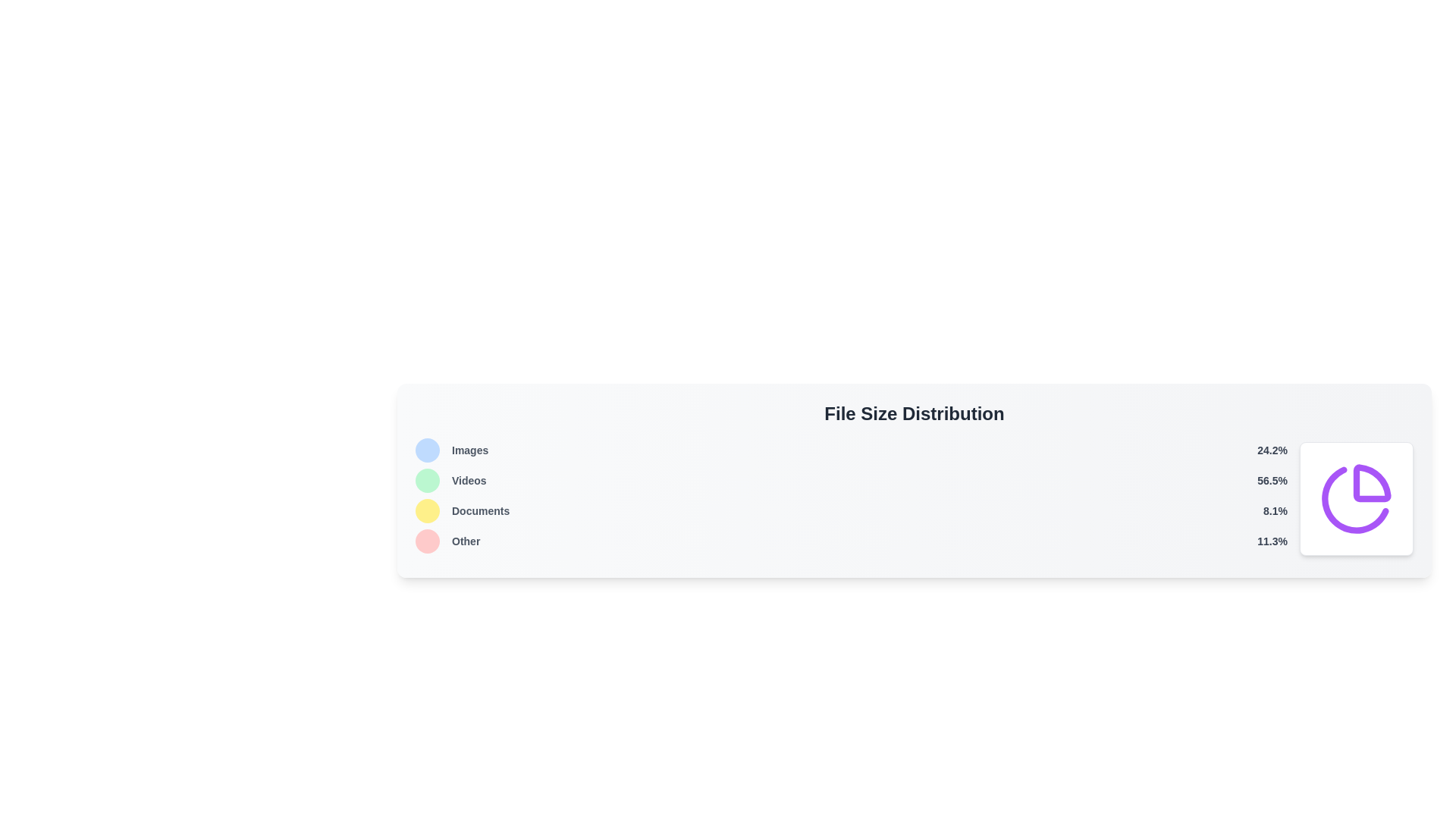 This screenshot has height=819, width=1456. I want to click on the text label displaying the numerical percentage value related to the 'Images' category, so click(1272, 450).